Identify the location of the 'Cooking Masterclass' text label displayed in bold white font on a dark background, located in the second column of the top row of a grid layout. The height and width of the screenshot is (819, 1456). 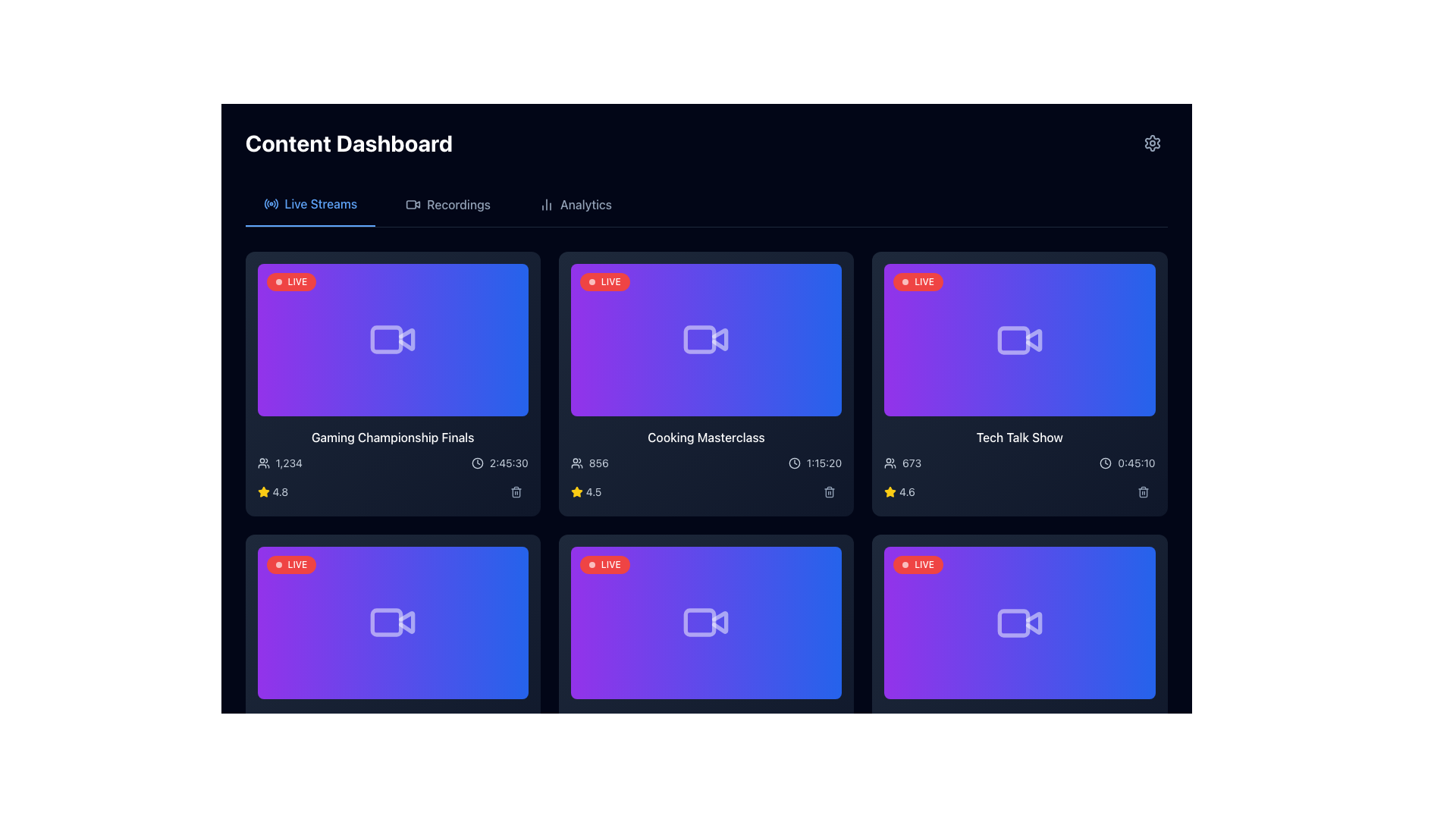
(705, 437).